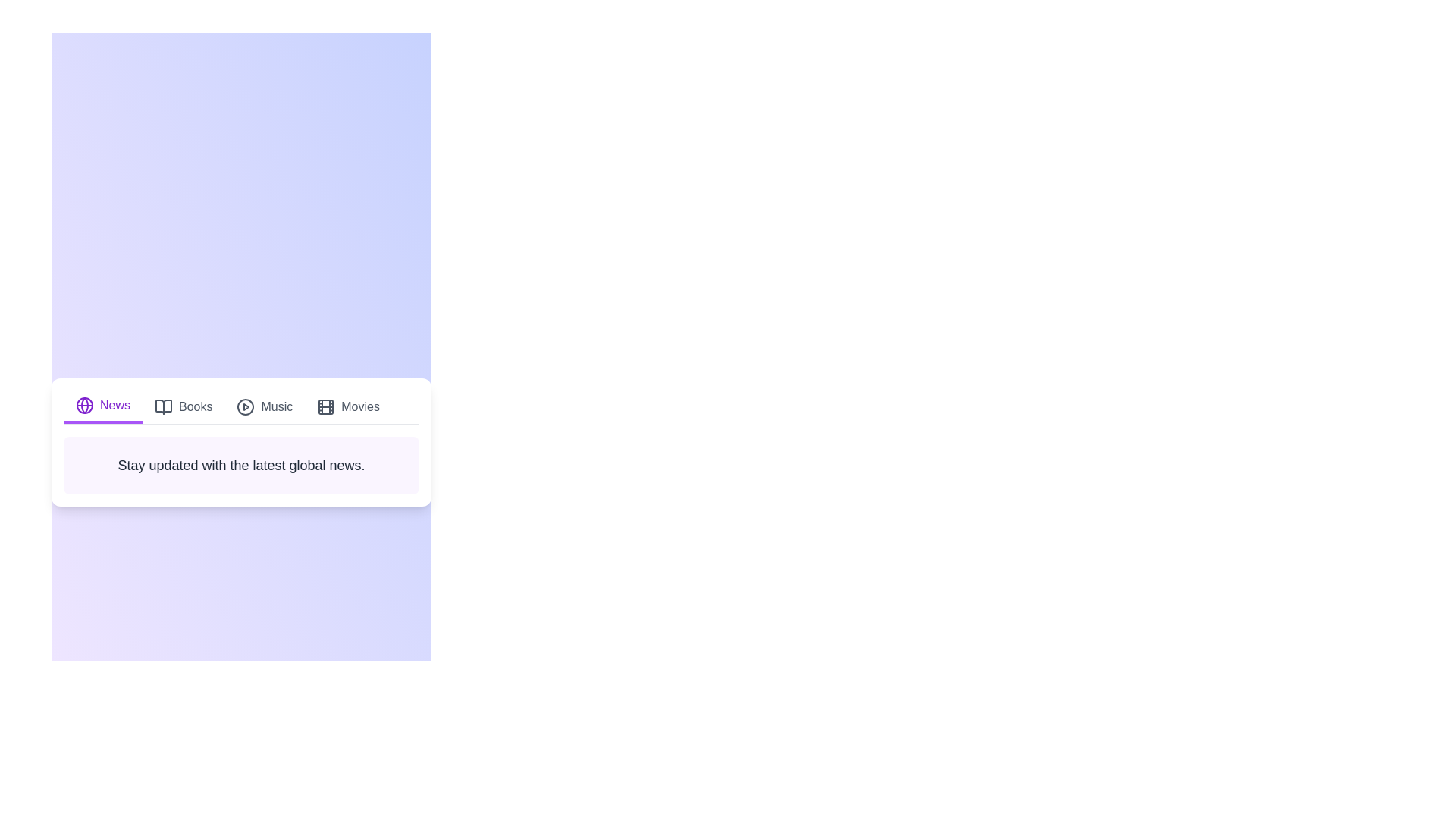  Describe the element at coordinates (347, 406) in the screenshot. I see `the Movies tab to view its content` at that location.